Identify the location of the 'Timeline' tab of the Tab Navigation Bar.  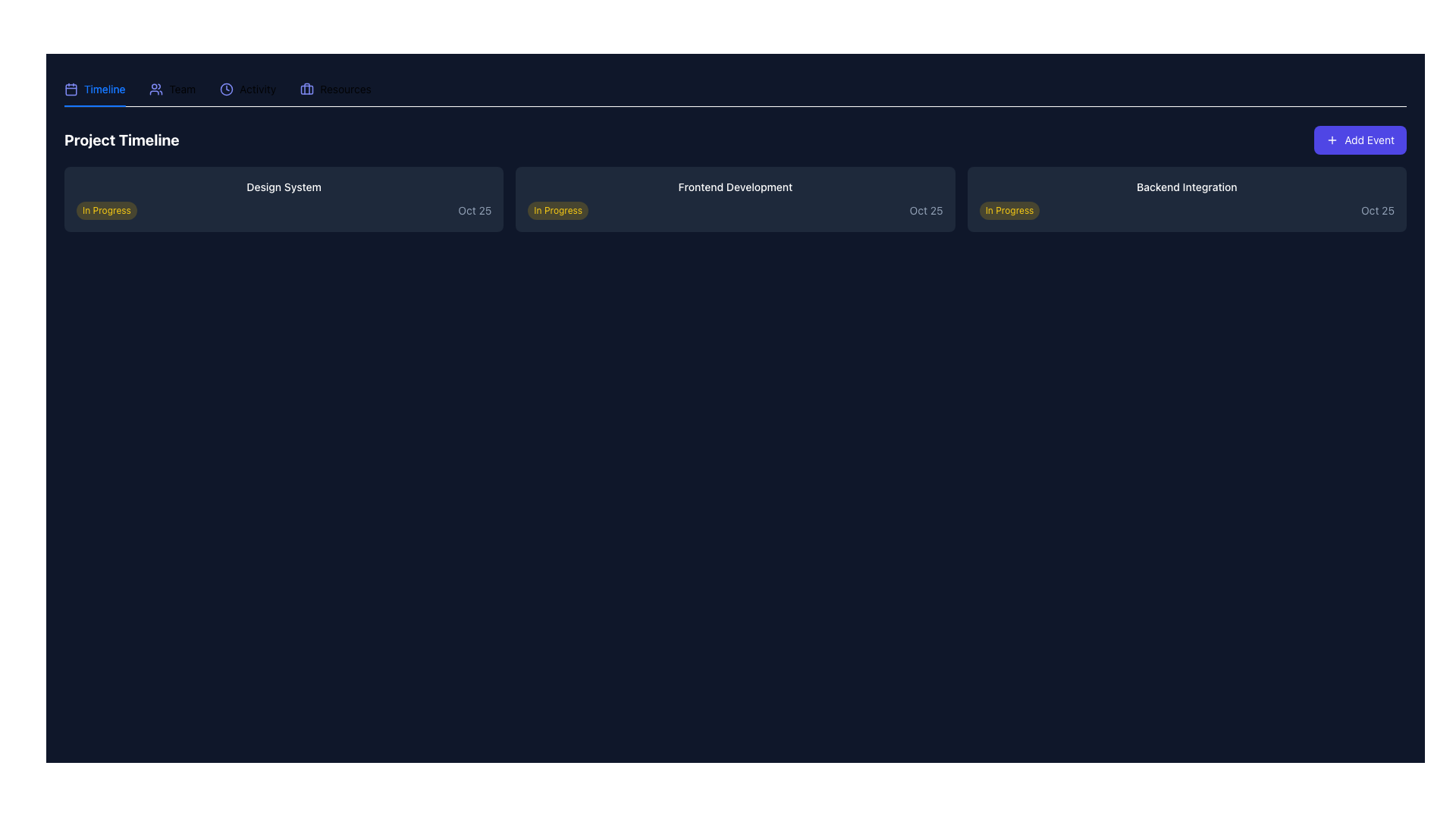
(735, 89).